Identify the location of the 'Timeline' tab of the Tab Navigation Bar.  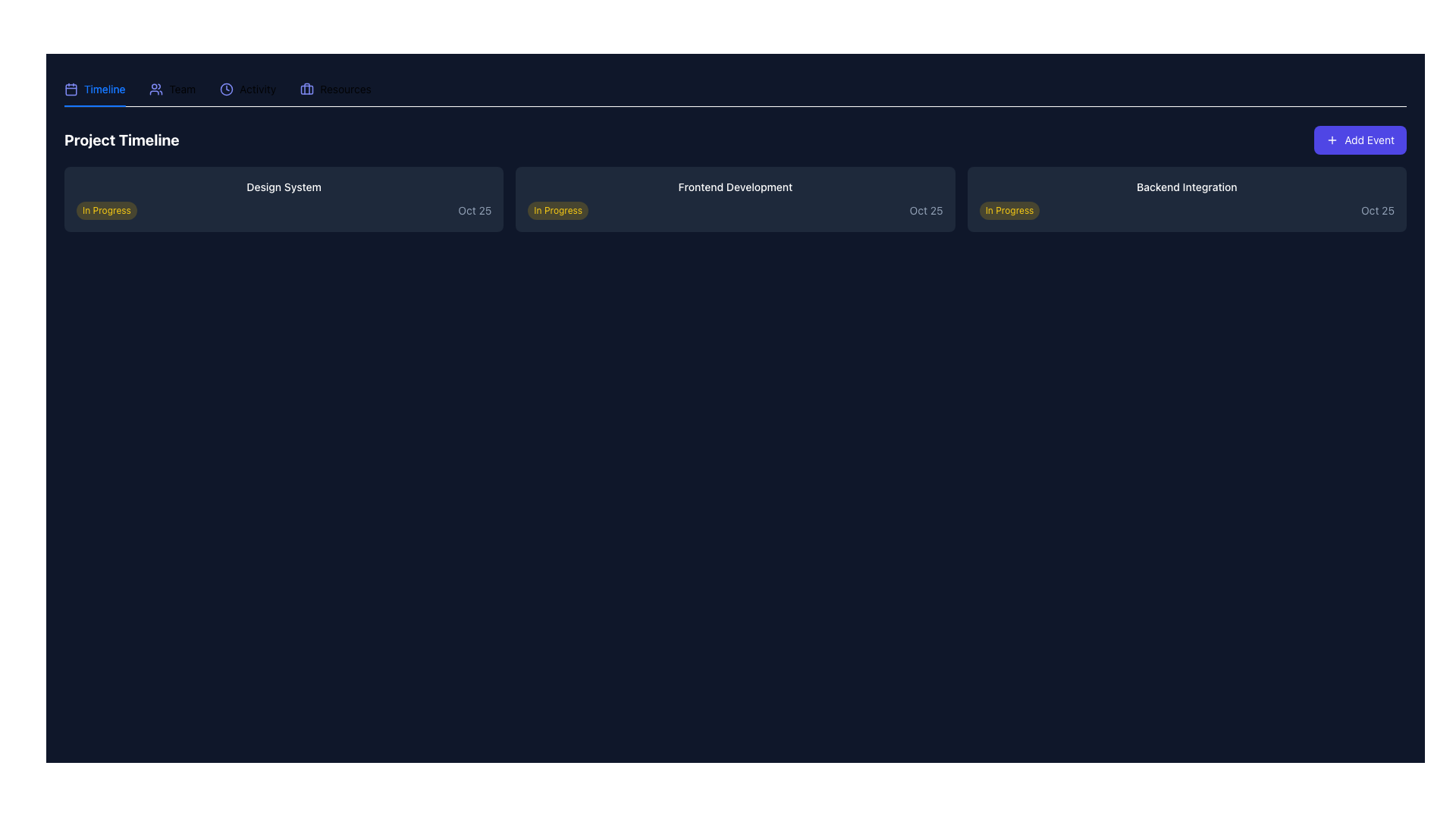
(735, 89).